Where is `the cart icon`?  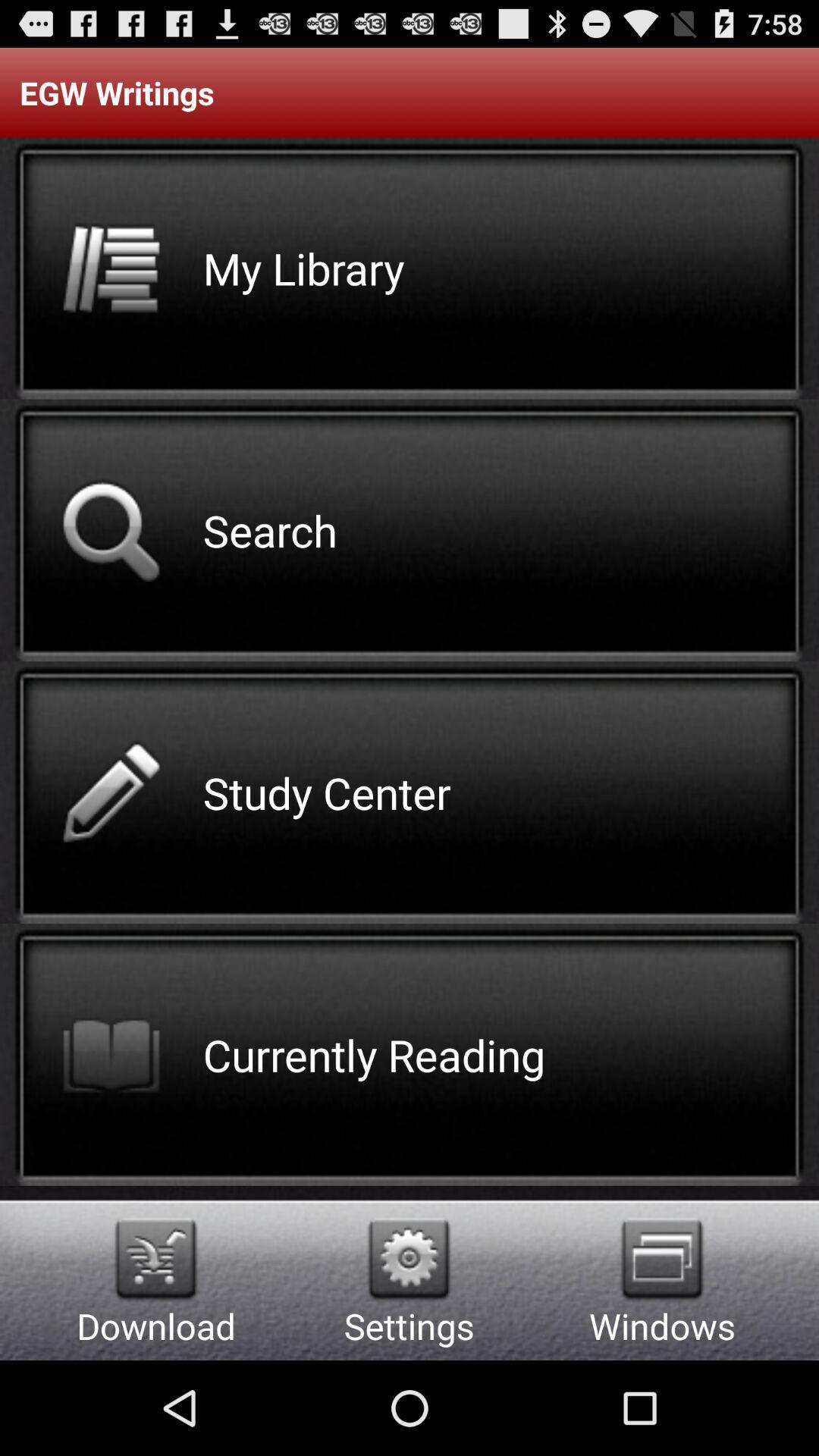 the cart icon is located at coordinates (155, 1347).